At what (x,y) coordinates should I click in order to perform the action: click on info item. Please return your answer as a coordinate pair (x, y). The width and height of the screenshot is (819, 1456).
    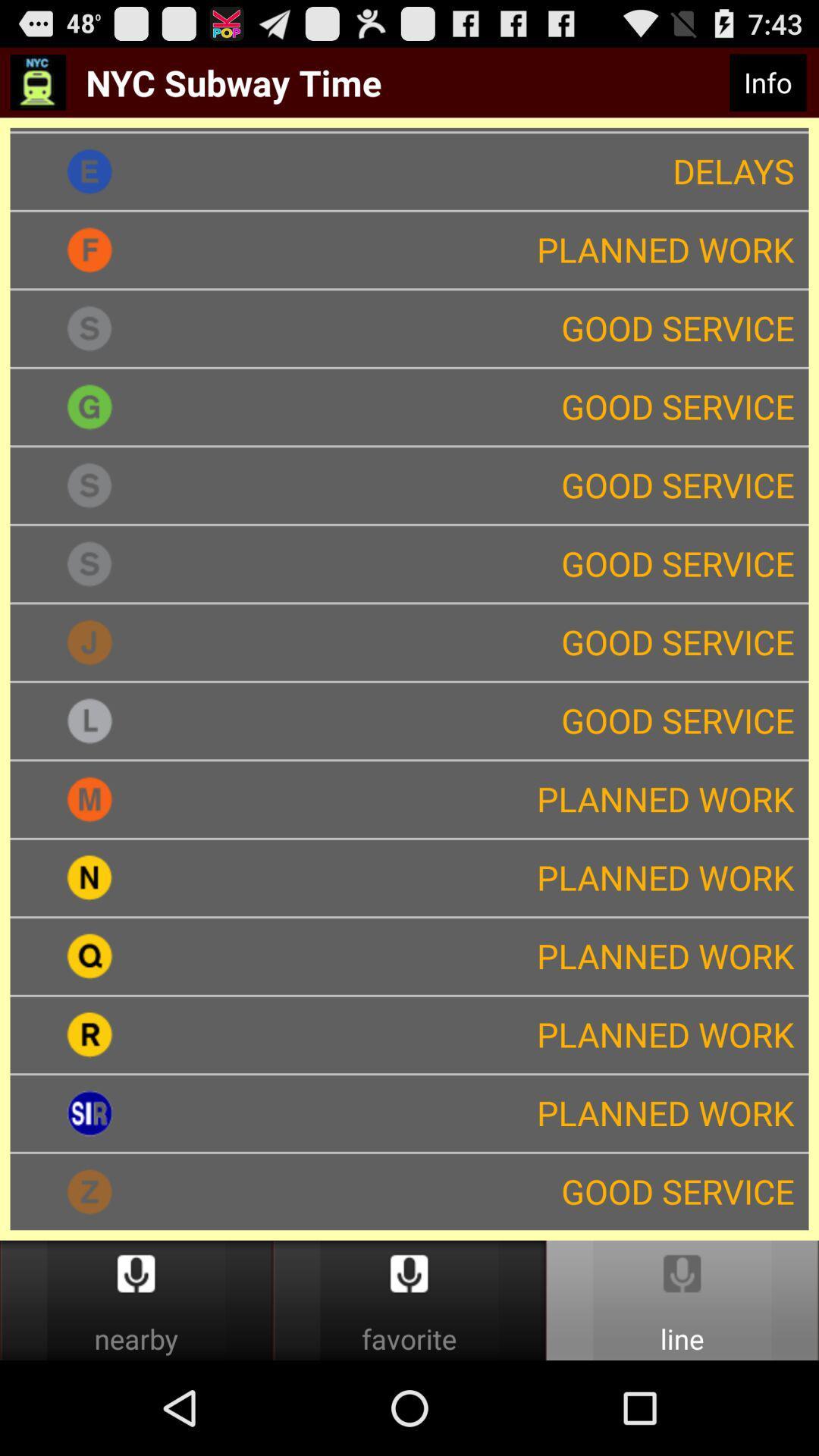
    Looking at the image, I should click on (767, 82).